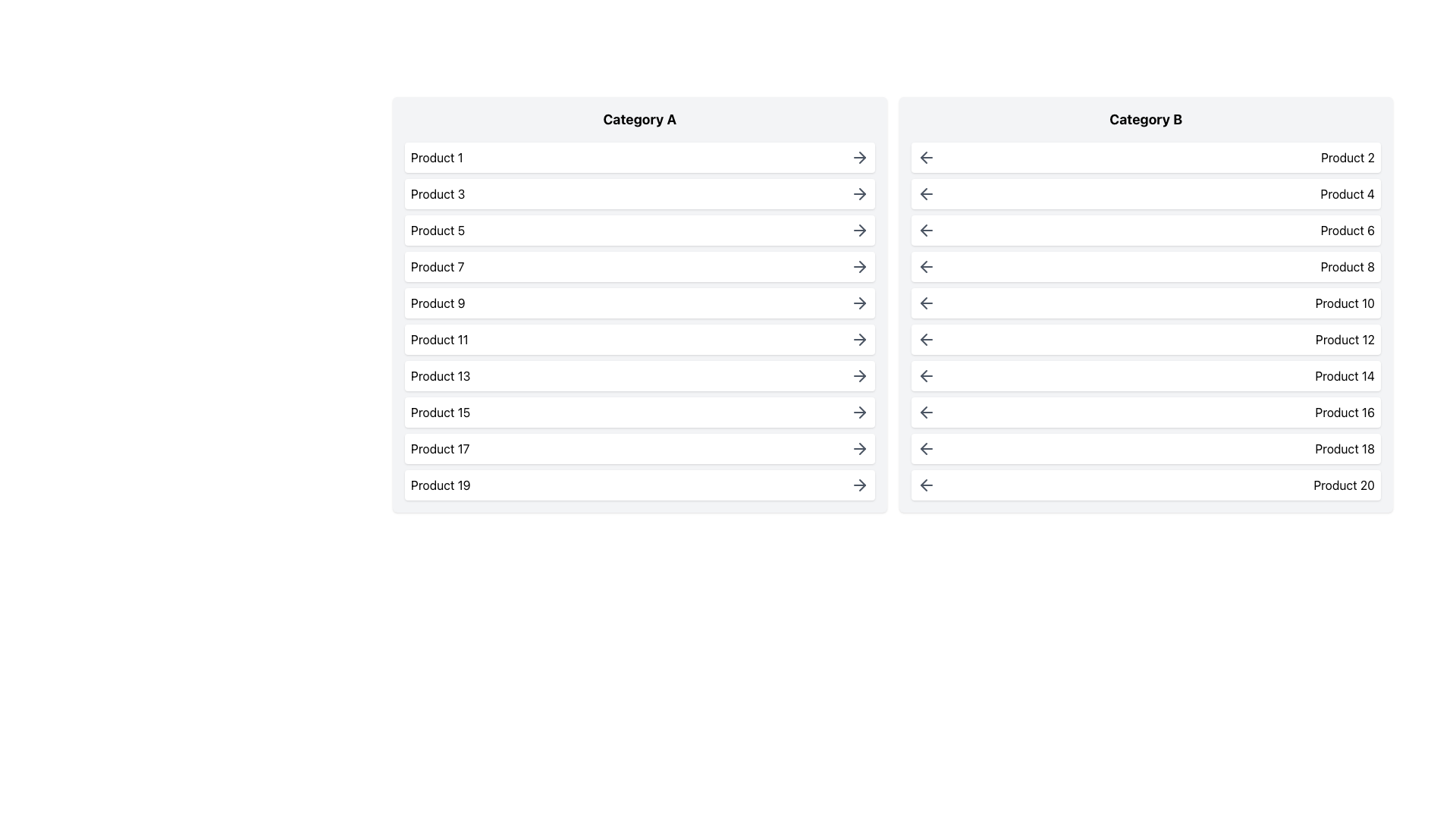 The height and width of the screenshot is (819, 1456). Describe the element at coordinates (862, 447) in the screenshot. I see `the interactive SVG icon` at that location.